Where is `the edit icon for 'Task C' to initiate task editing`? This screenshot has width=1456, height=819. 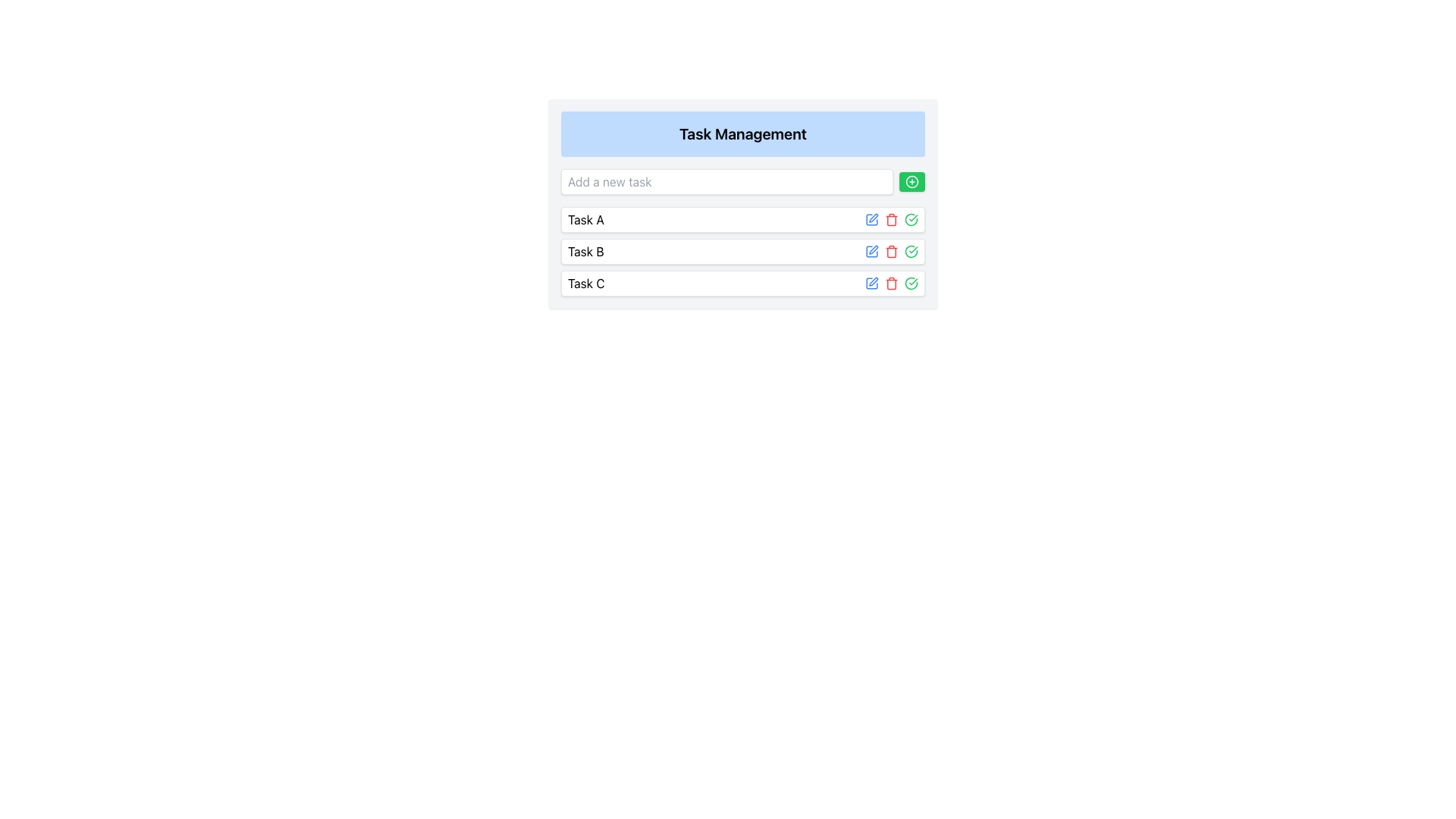 the edit icon for 'Task C' to initiate task editing is located at coordinates (872, 284).